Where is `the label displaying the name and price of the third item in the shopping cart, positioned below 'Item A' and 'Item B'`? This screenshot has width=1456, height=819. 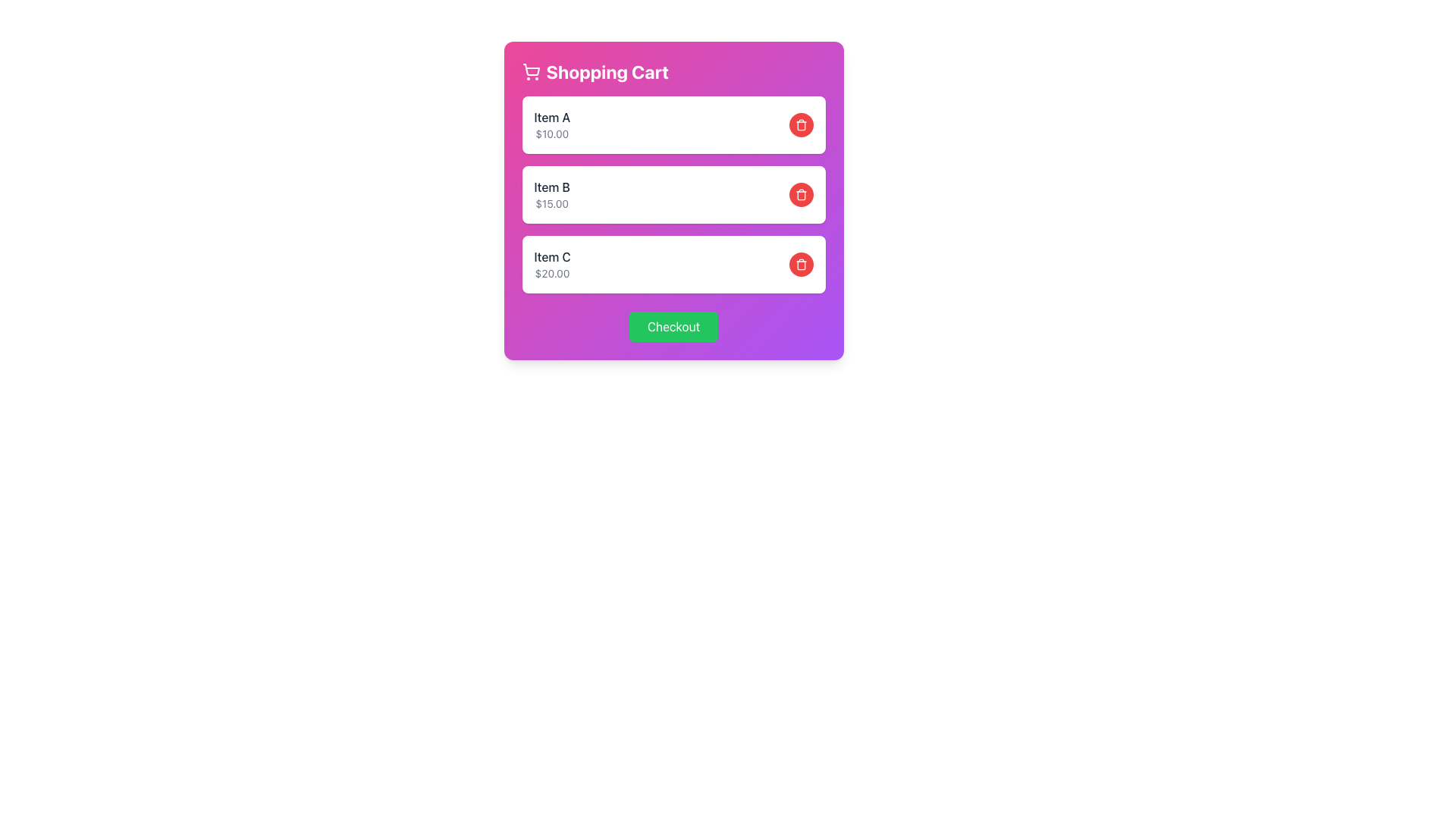 the label displaying the name and price of the third item in the shopping cart, positioned below 'Item A' and 'Item B' is located at coordinates (551, 263).